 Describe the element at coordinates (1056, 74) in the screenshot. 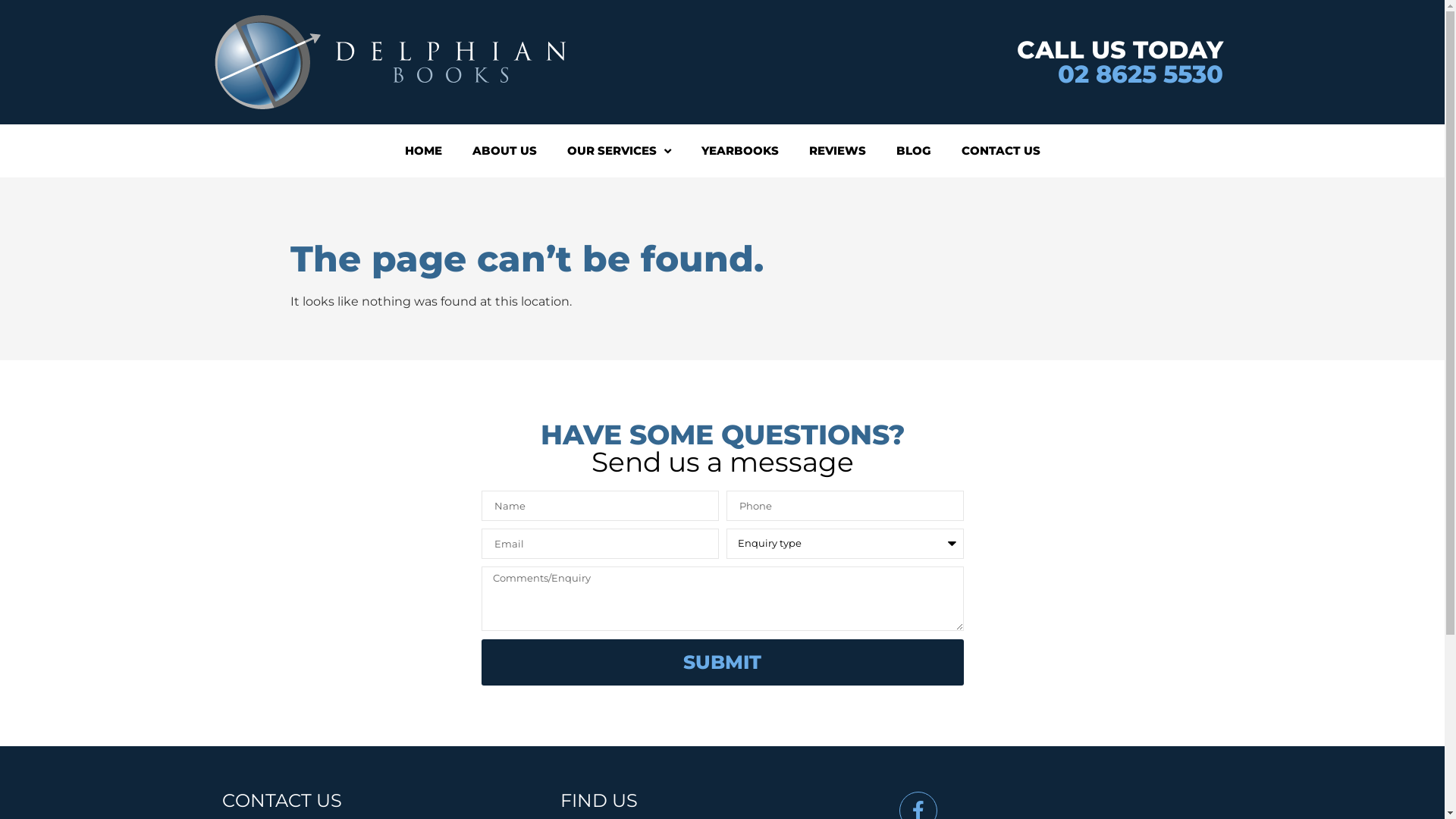

I see `'02 8625 5530'` at that location.